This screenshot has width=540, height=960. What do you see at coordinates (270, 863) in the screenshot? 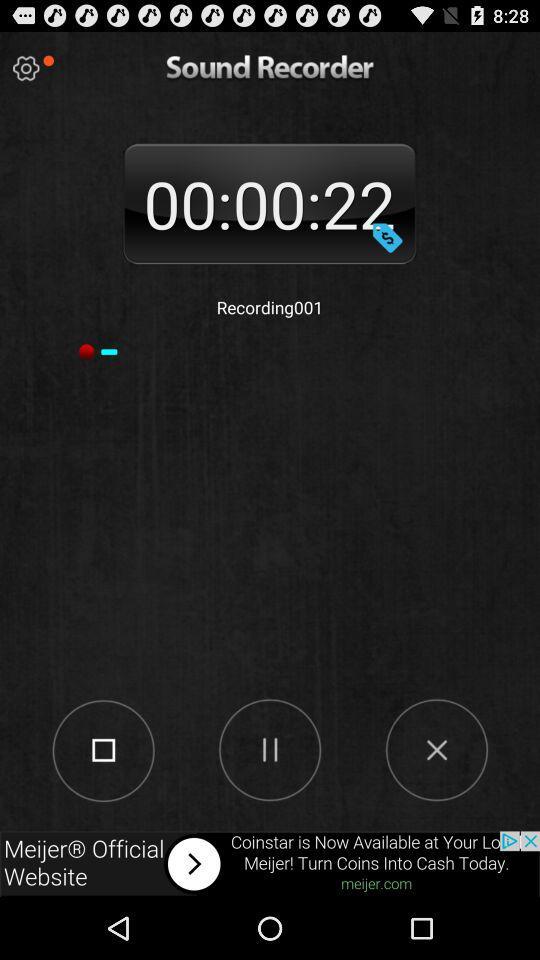
I see `go next` at bounding box center [270, 863].